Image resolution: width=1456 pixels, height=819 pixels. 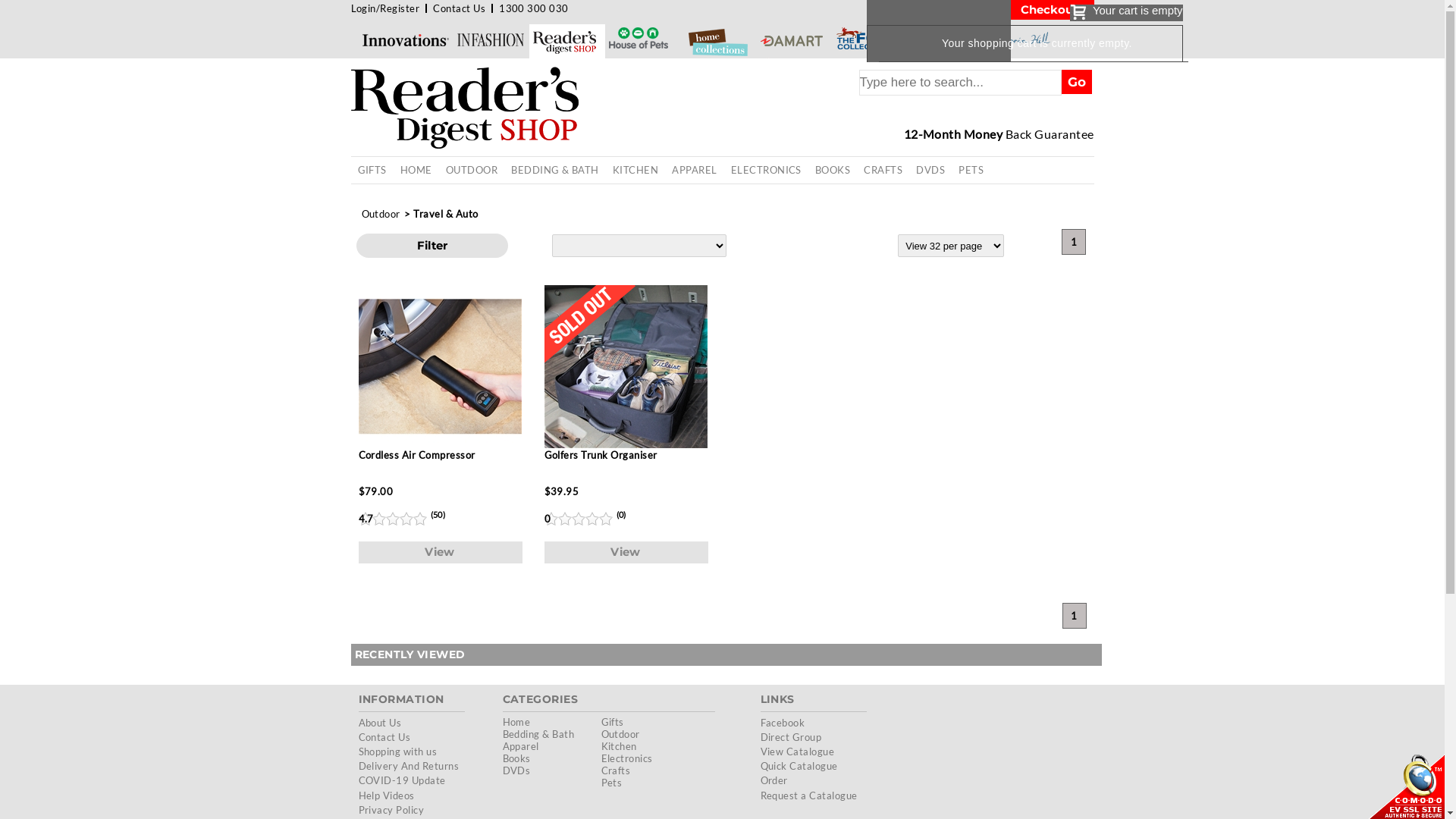 I want to click on 'DVDS', so click(x=930, y=170).